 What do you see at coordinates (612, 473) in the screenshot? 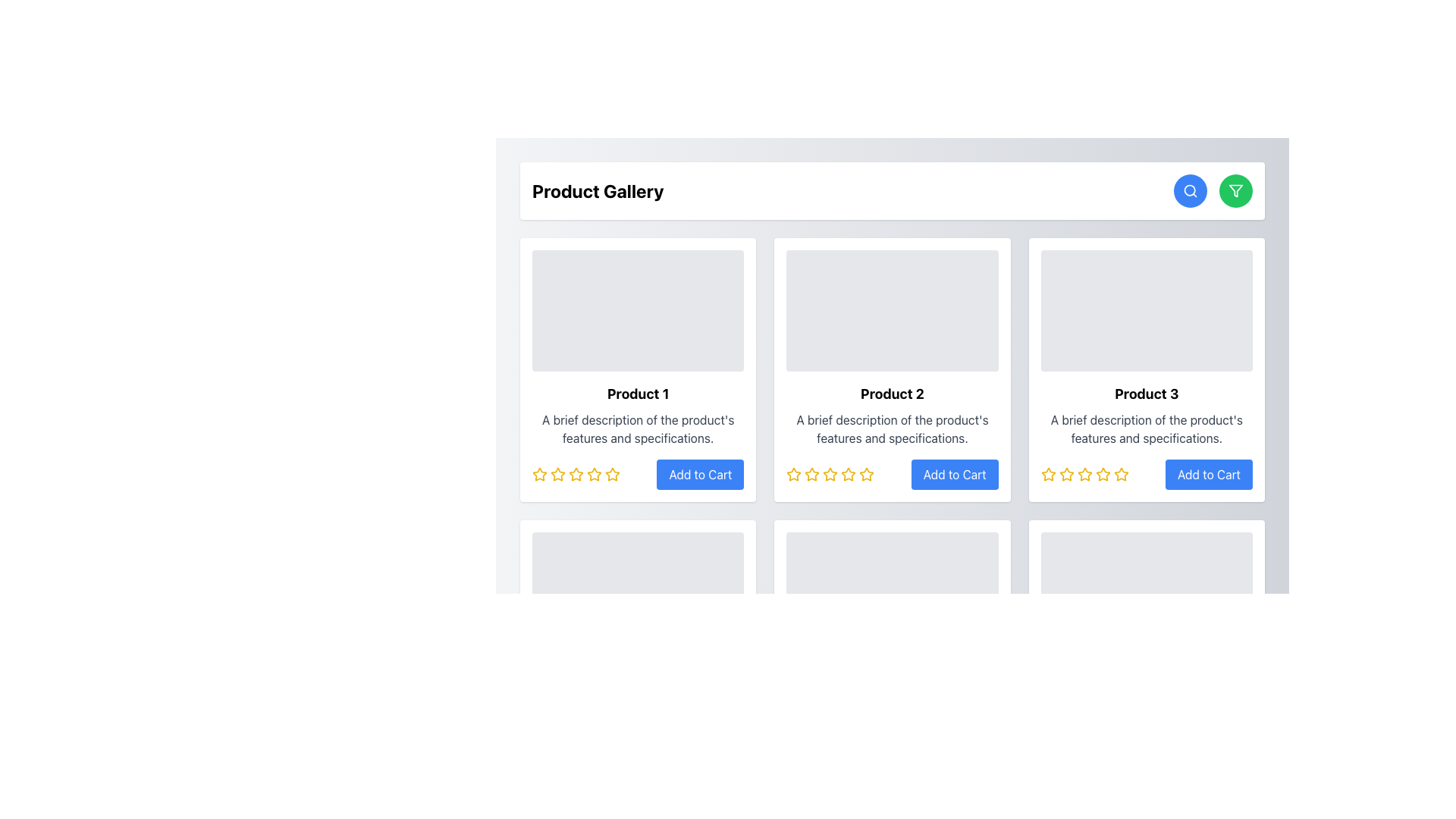
I see `the fifth star icon representing the highest rating for 'Product 1' in the Product Gallery` at bounding box center [612, 473].